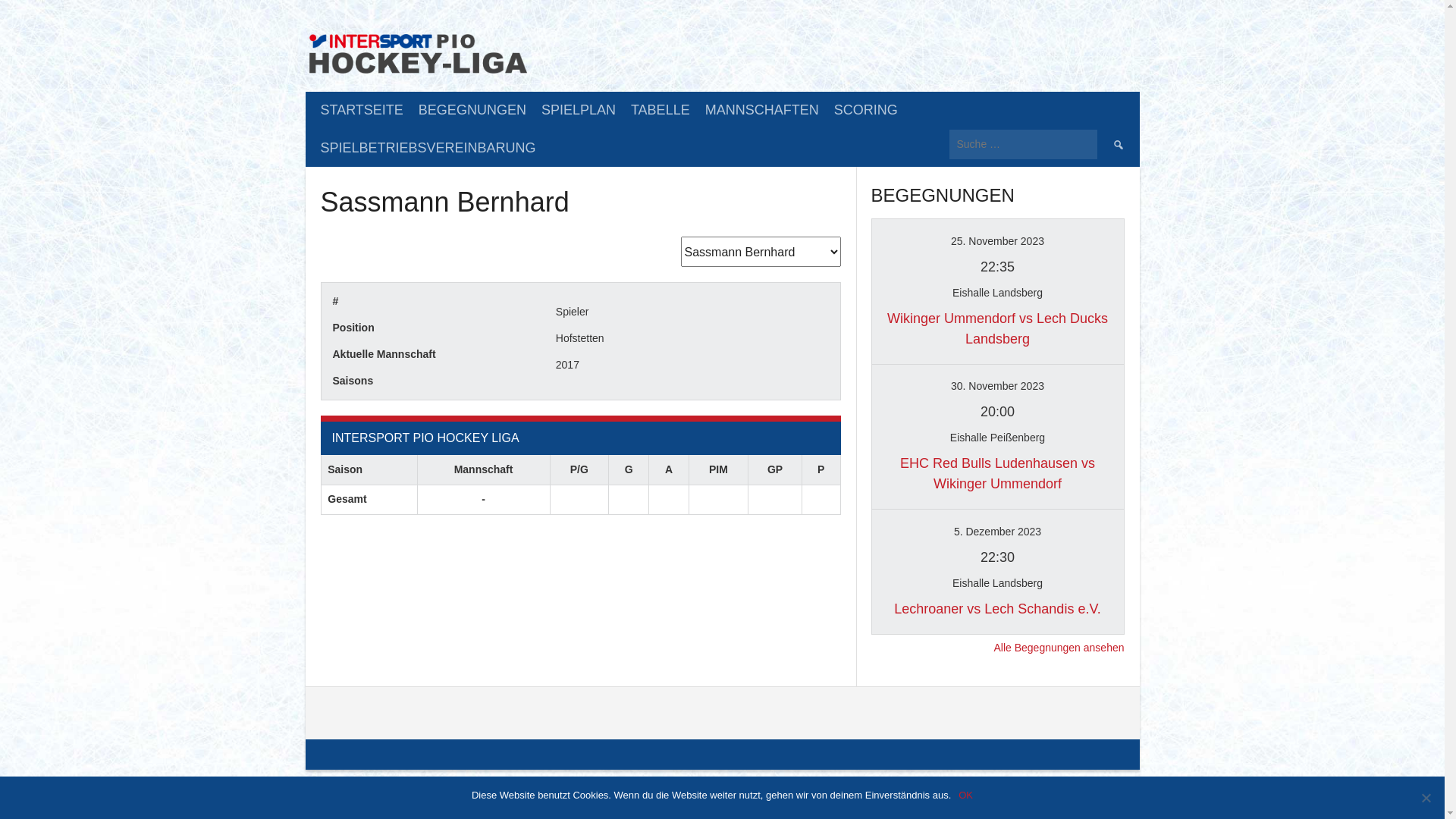  What do you see at coordinates (957, 795) in the screenshot?
I see `'OK'` at bounding box center [957, 795].